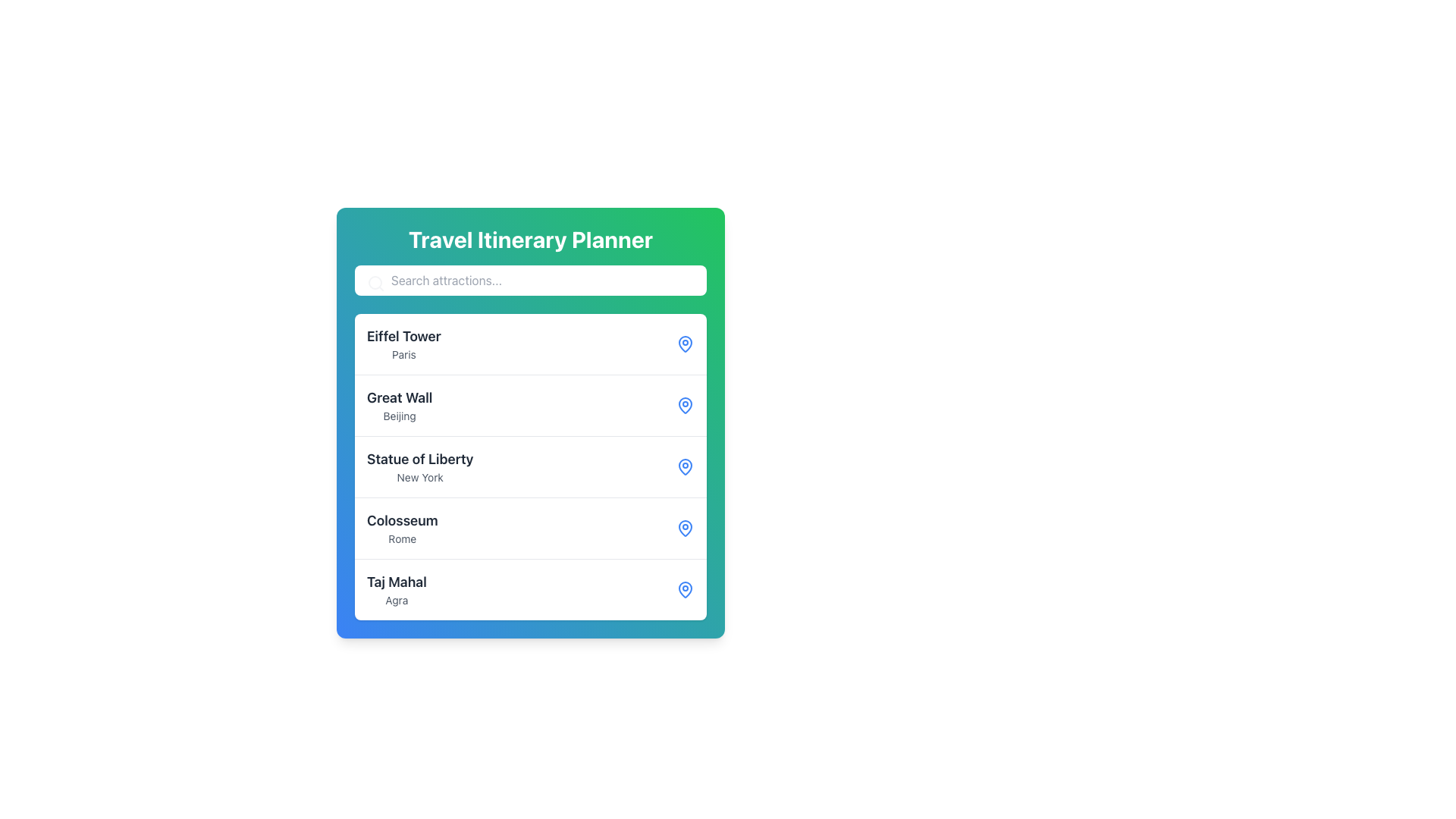 This screenshot has height=819, width=1456. I want to click on the list item representing the Taj Mahal in the Travel Itinerary Planner, so click(397, 589).